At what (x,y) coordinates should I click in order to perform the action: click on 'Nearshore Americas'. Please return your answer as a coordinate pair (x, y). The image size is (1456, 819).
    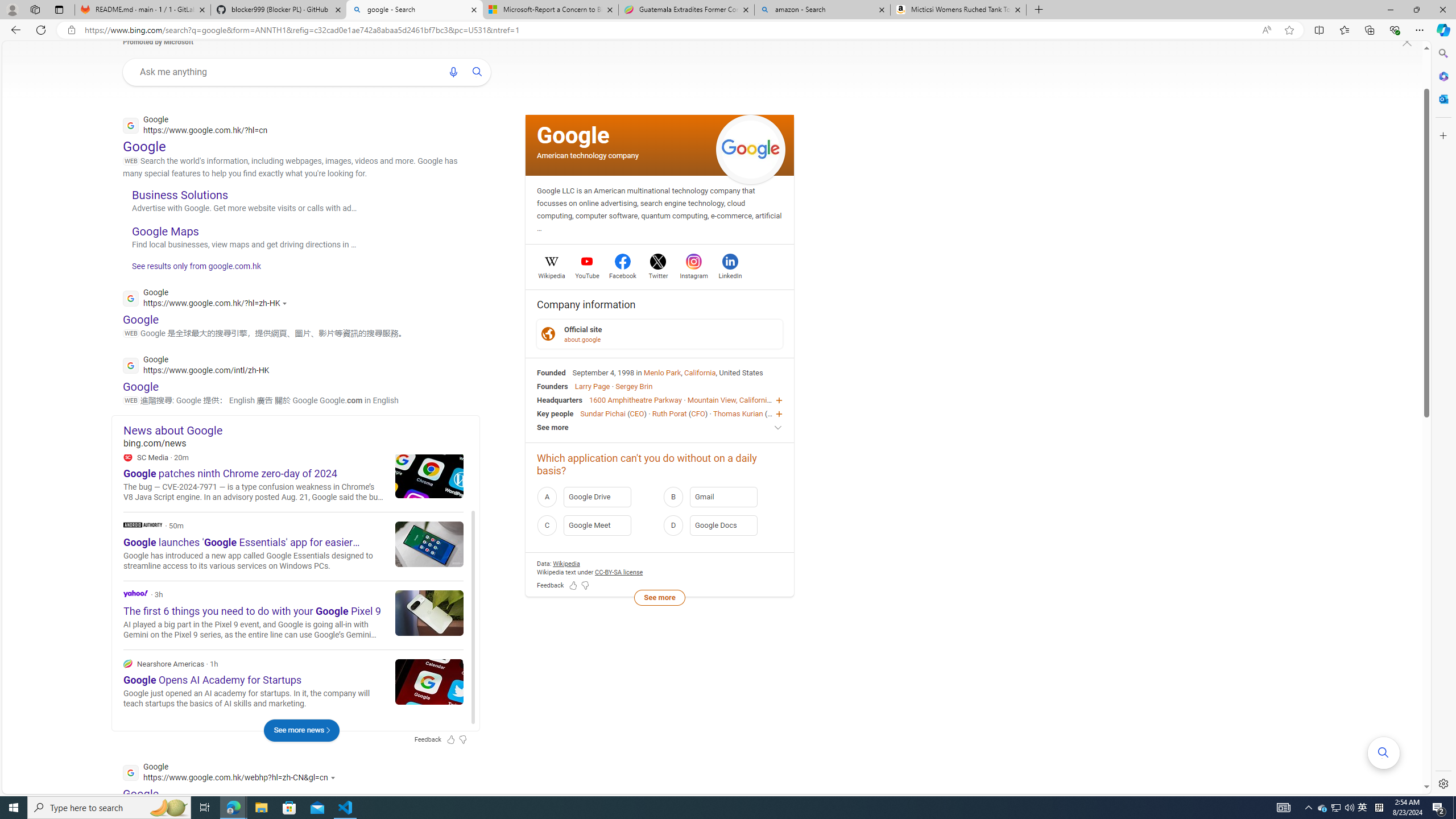
    Looking at the image, I should click on (127, 663).